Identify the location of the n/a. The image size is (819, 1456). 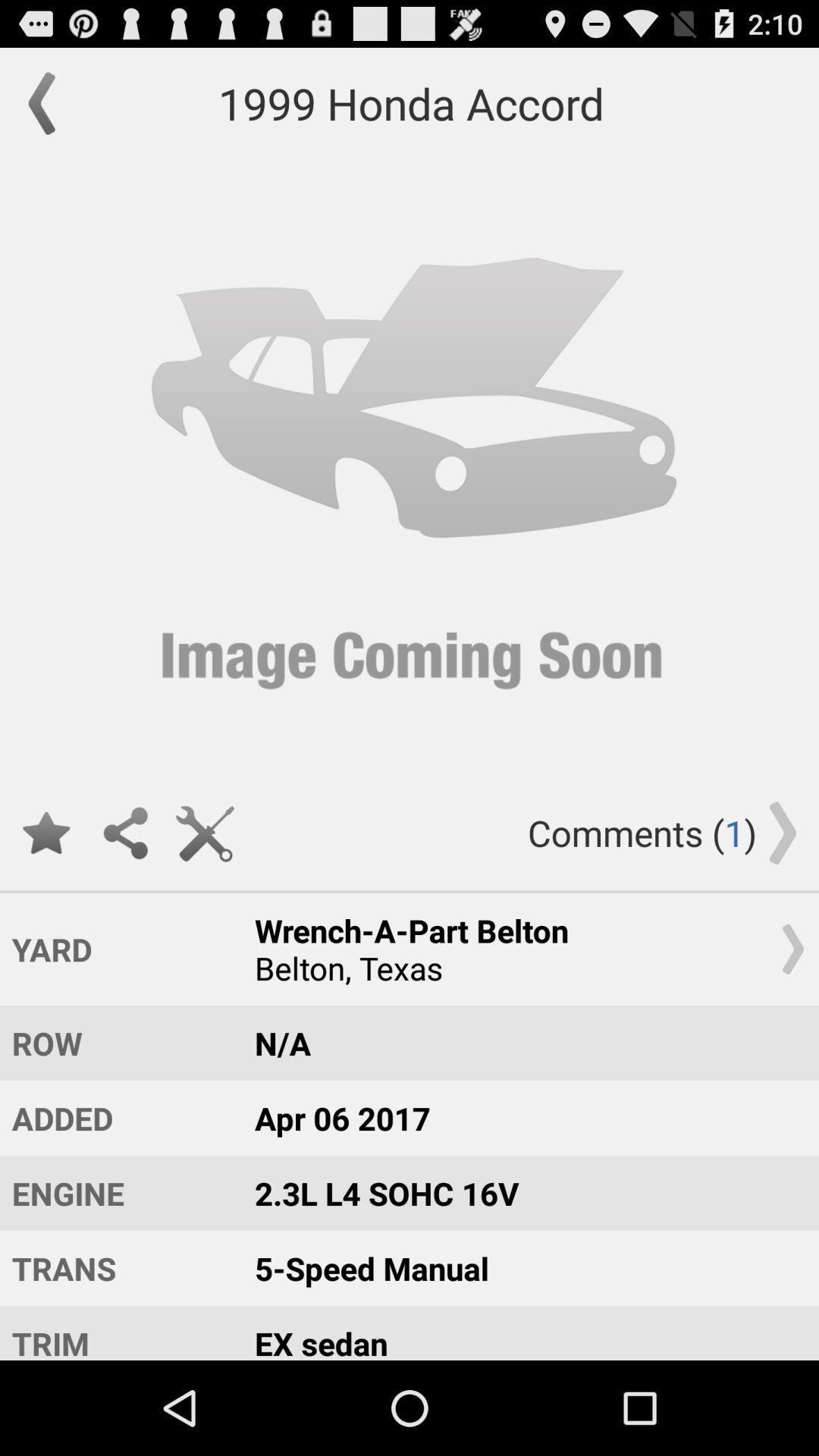
(522, 1042).